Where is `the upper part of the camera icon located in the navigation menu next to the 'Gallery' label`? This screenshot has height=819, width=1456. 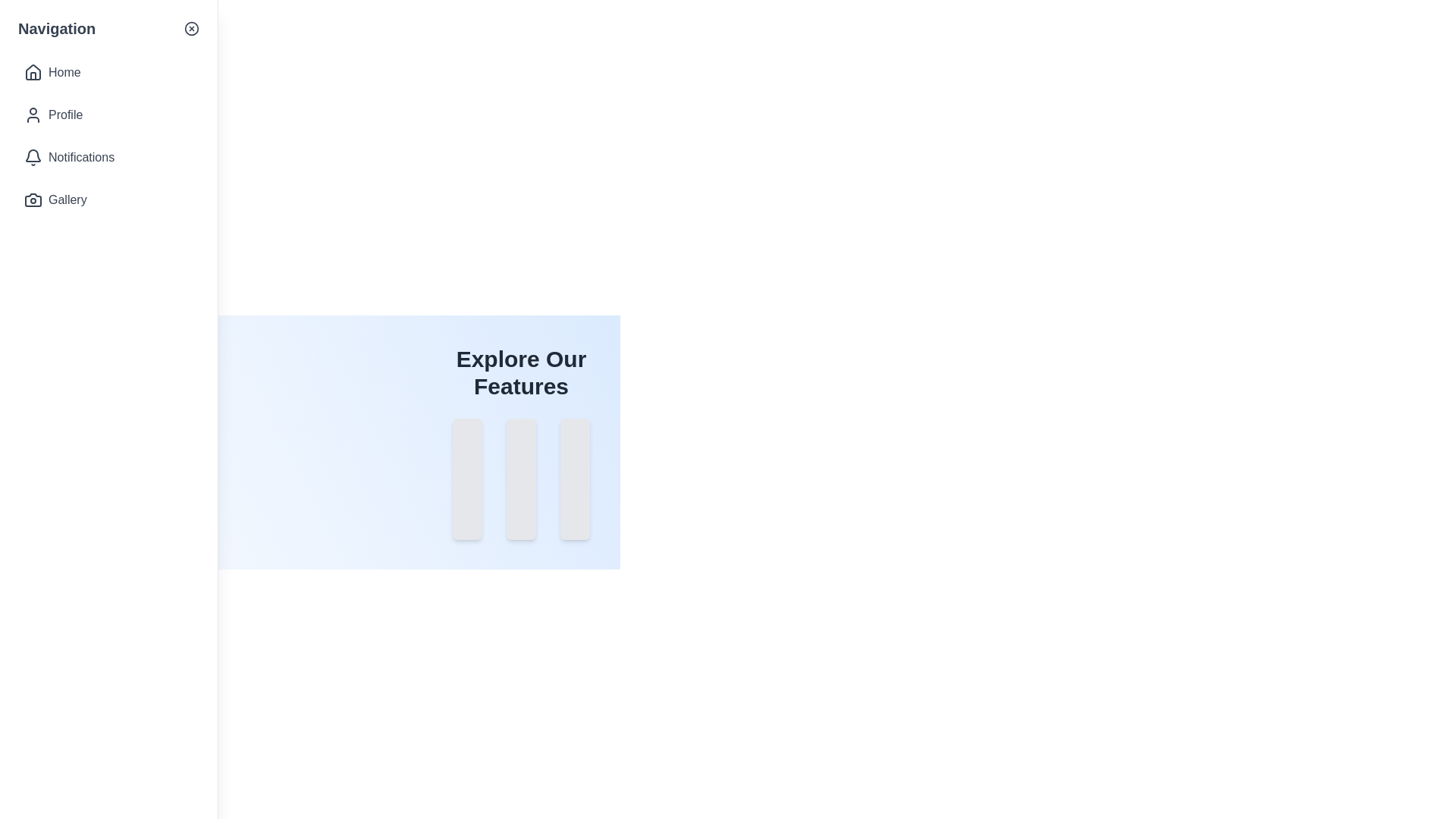 the upper part of the camera icon located in the navigation menu next to the 'Gallery' label is located at coordinates (33, 199).